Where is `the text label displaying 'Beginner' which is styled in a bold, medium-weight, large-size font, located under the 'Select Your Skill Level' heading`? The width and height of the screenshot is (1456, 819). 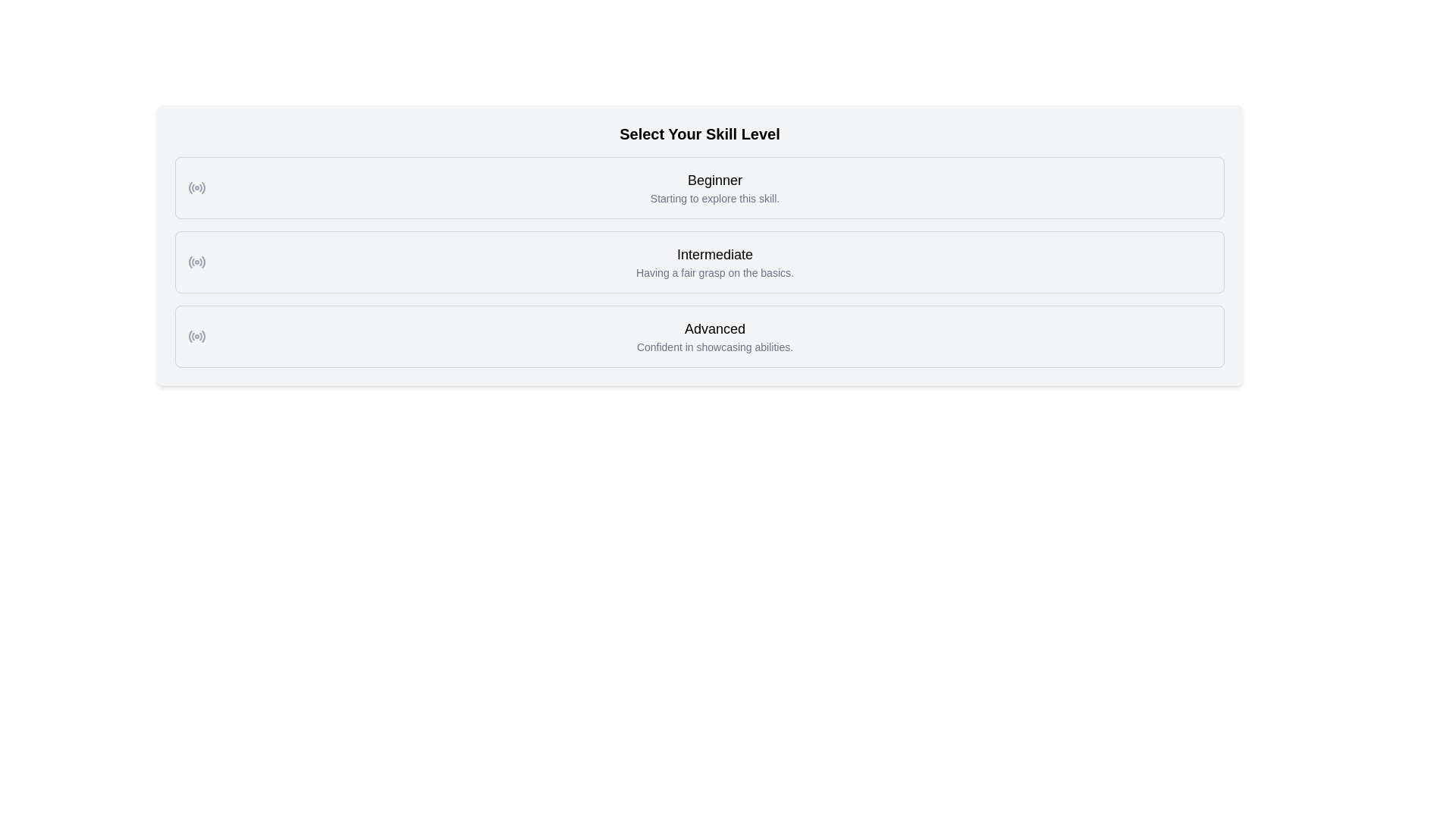
the text label displaying 'Beginner' which is styled in a bold, medium-weight, large-size font, located under the 'Select Your Skill Level' heading is located at coordinates (714, 180).